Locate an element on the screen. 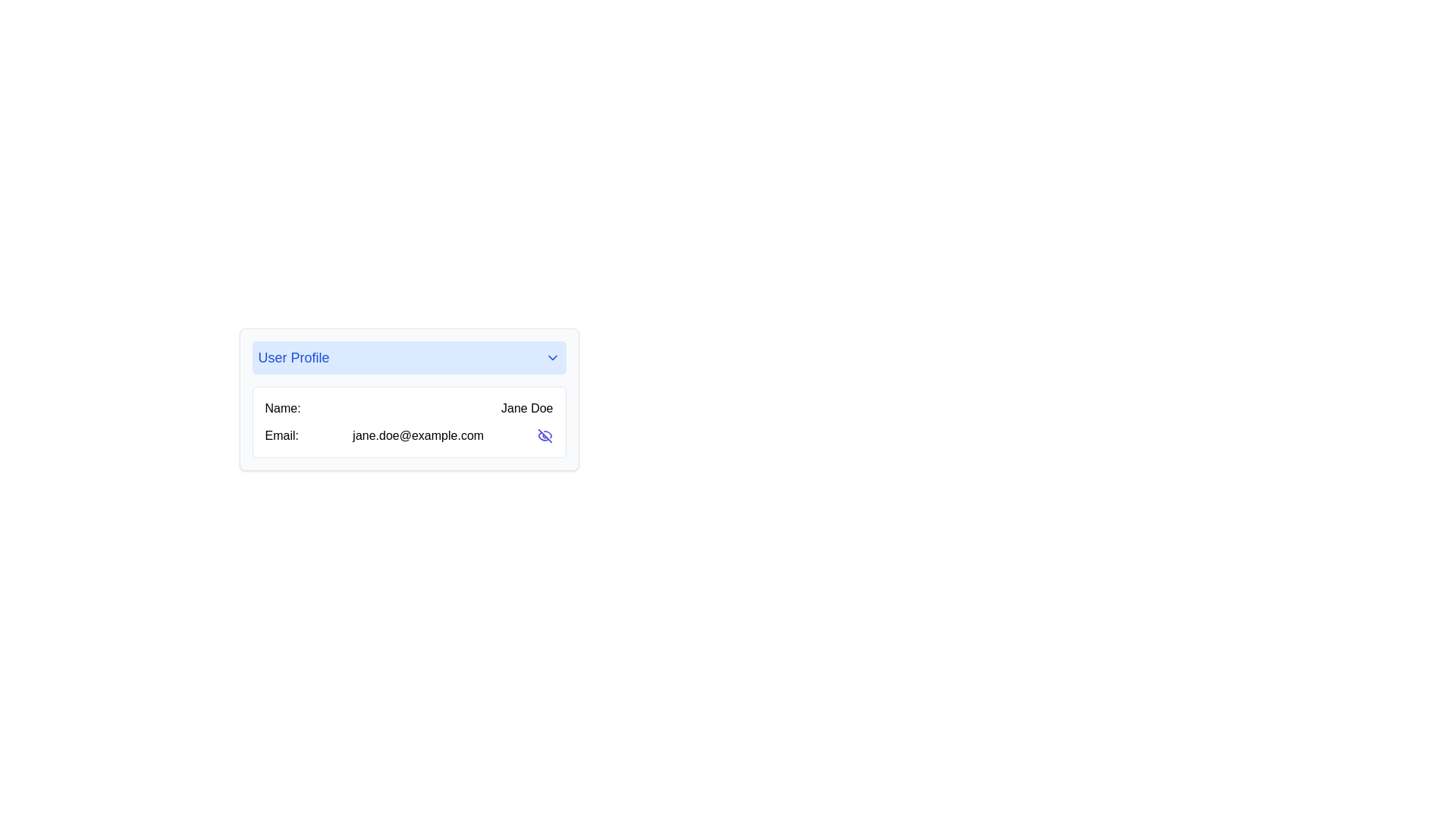 This screenshot has height=819, width=1456. the eye-off visibility toggle icon, which is the third interactive icon in the row next to the email address 'jane.doe@example.com' in the user profile section is located at coordinates (545, 435).